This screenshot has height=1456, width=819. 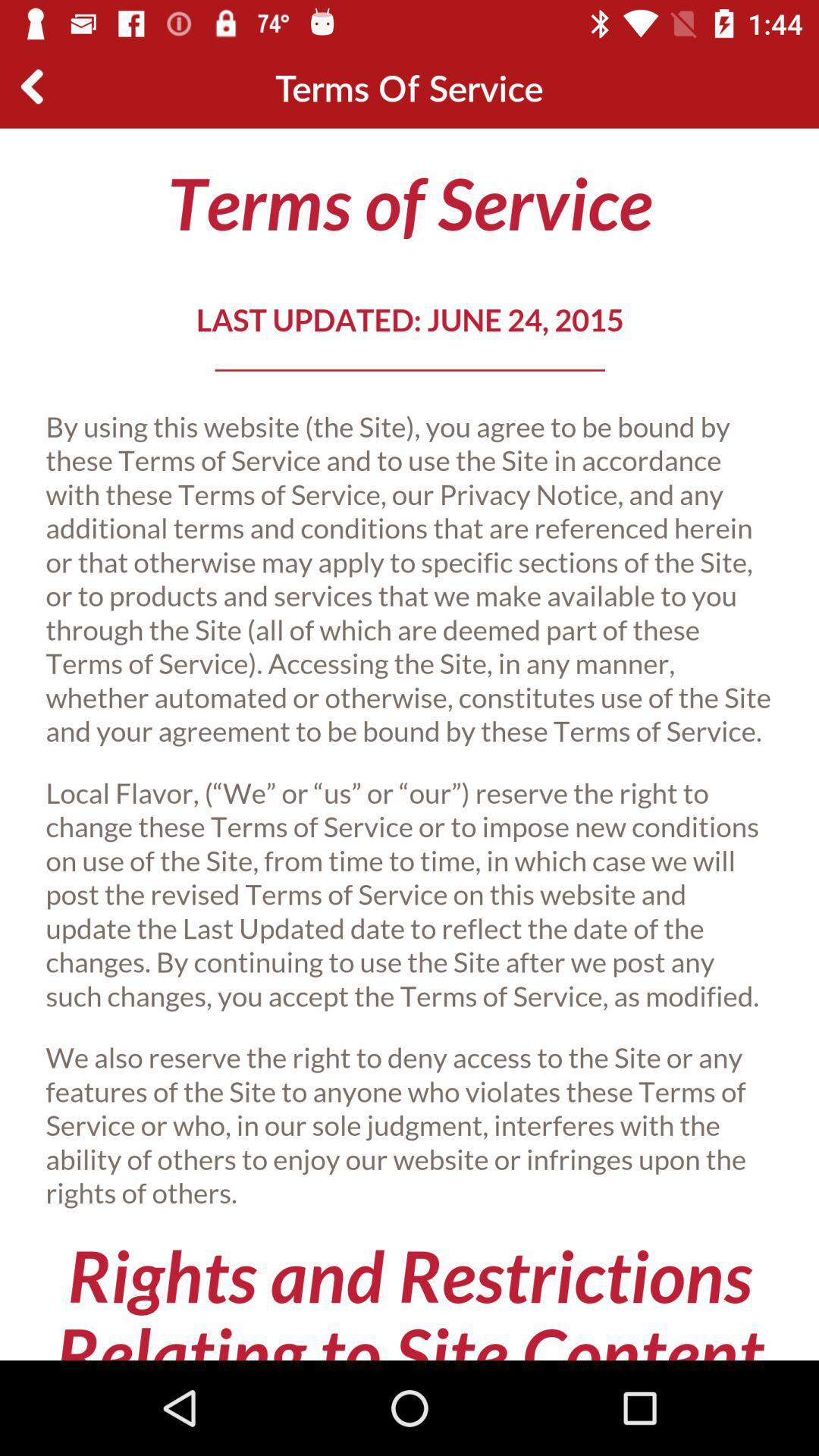 I want to click on scroll to read information in the box, so click(x=409, y=744).